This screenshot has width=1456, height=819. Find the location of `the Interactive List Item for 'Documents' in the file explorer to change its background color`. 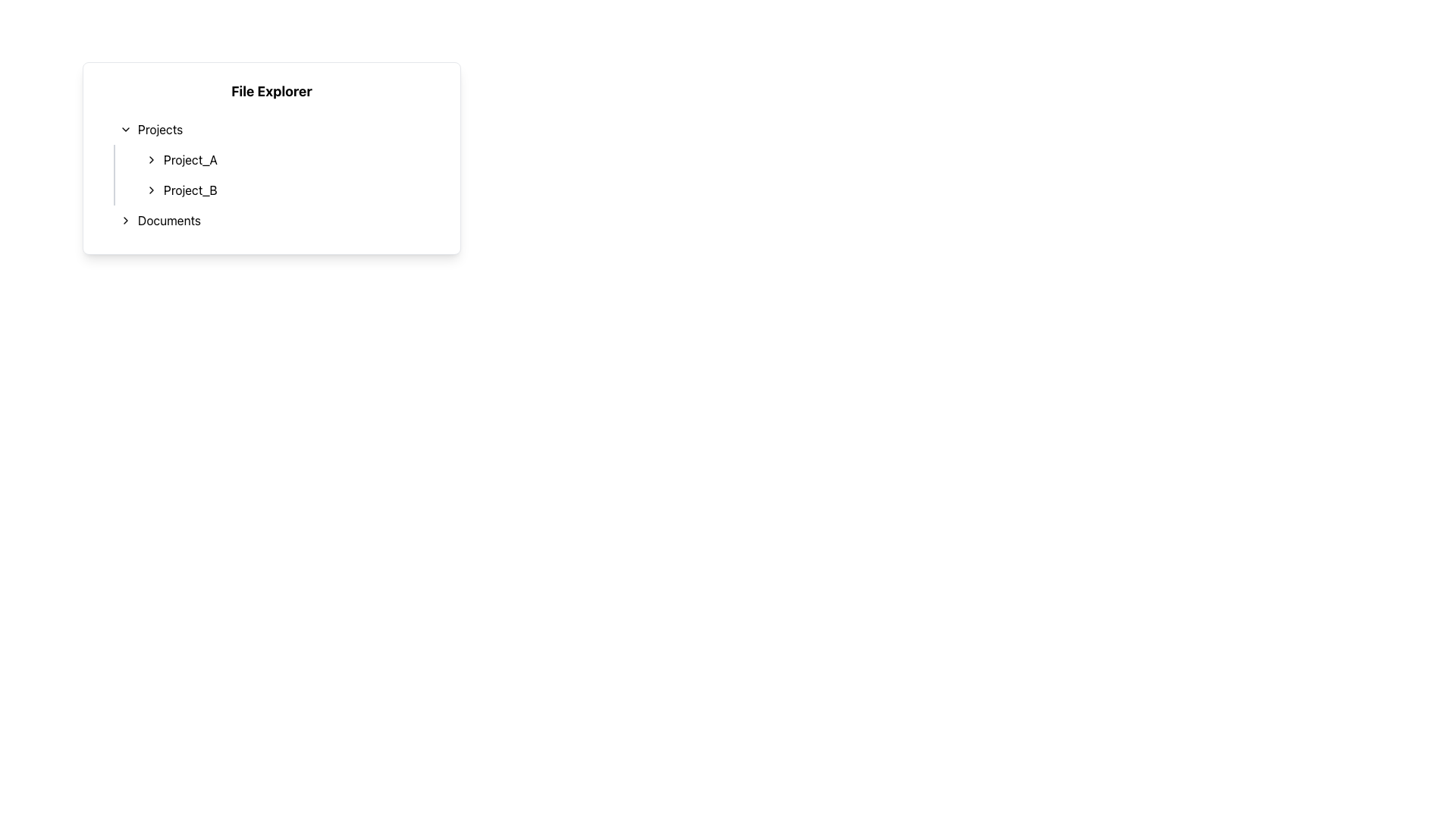

the Interactive List Item for 'Documents' in the file explorer to change its background color is located at coordinates (278, 220).